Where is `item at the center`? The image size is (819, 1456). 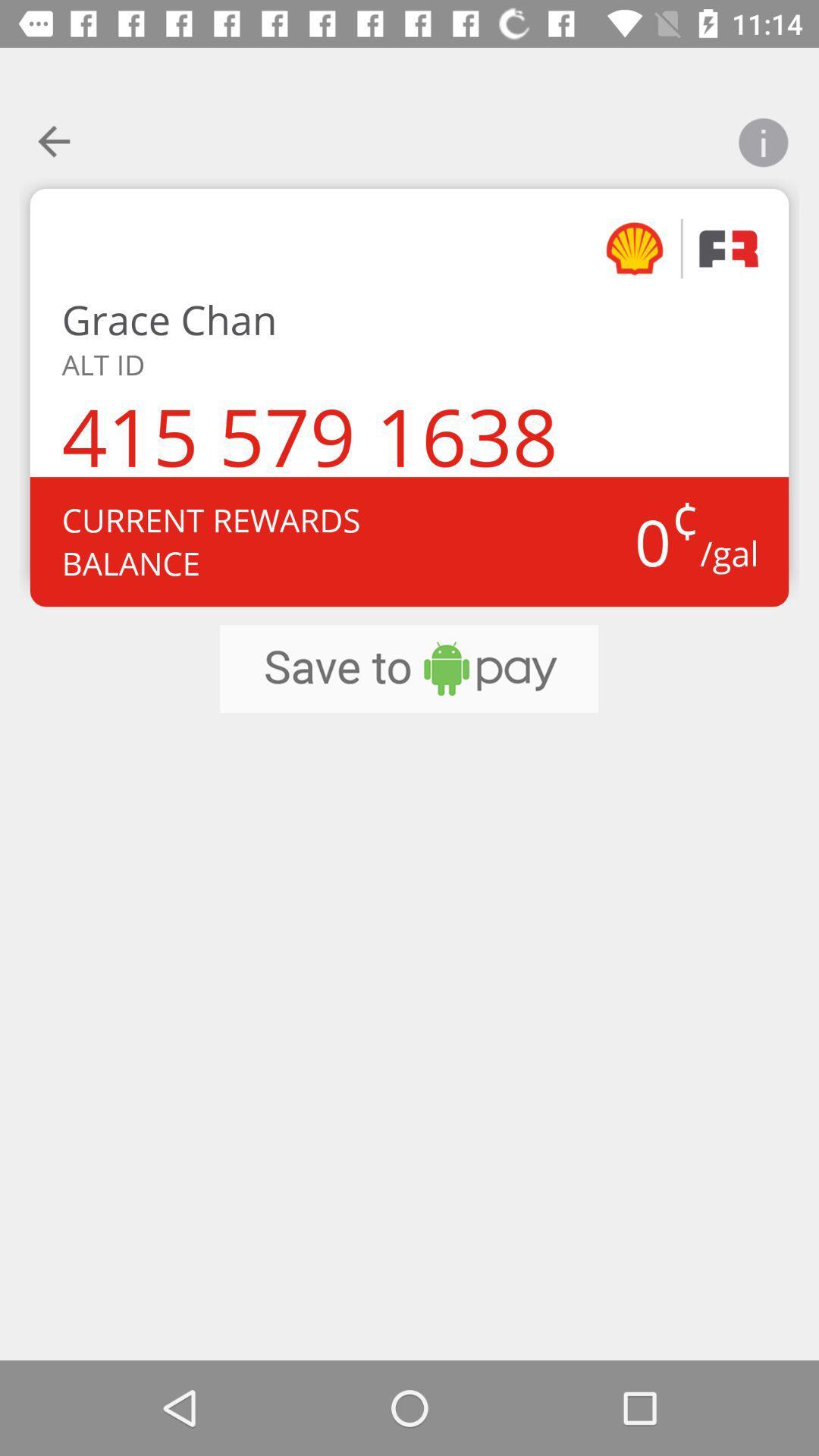 item at the center is located at coordinates (408, 668).